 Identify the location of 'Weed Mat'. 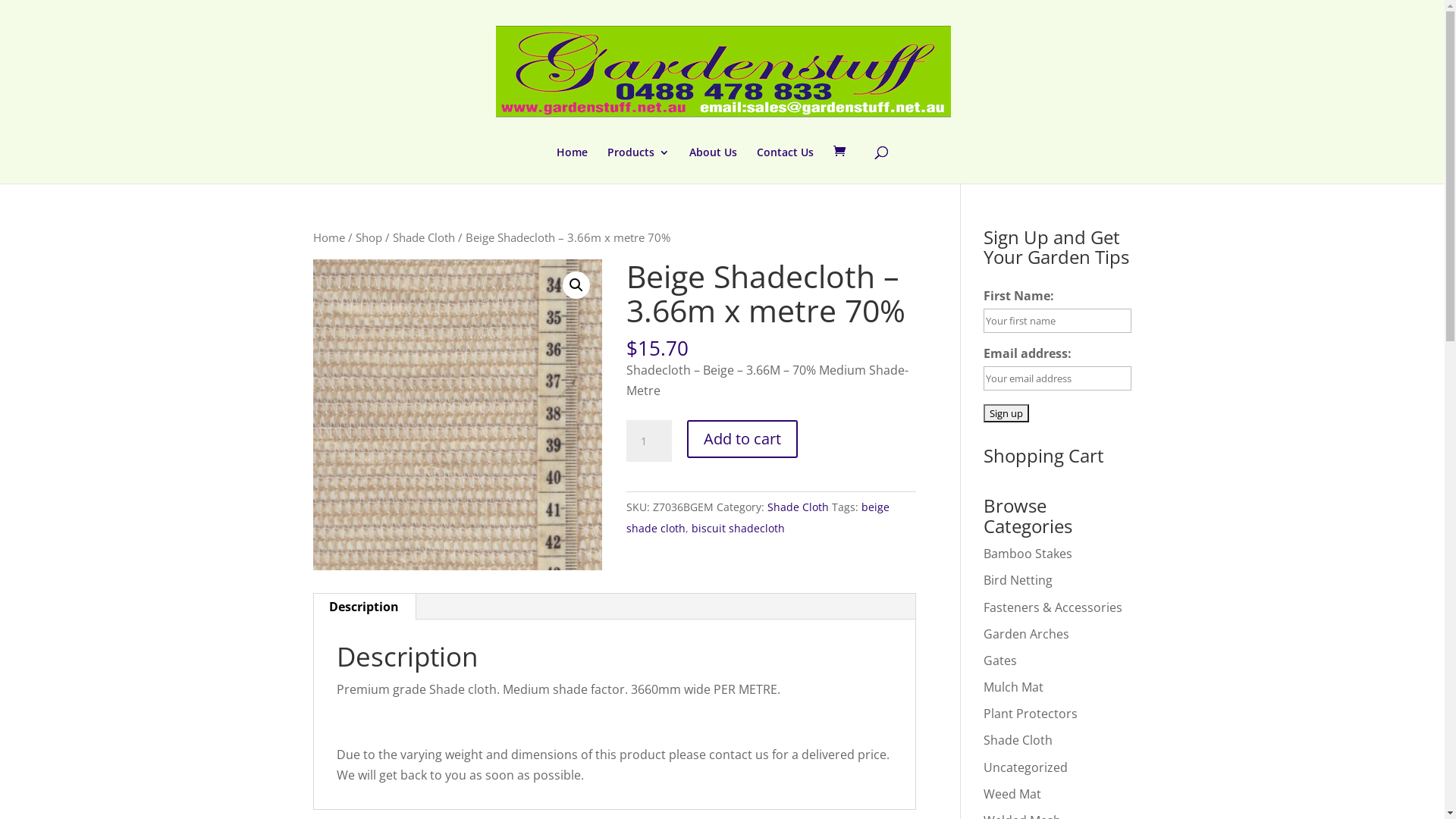
(1012, 792).